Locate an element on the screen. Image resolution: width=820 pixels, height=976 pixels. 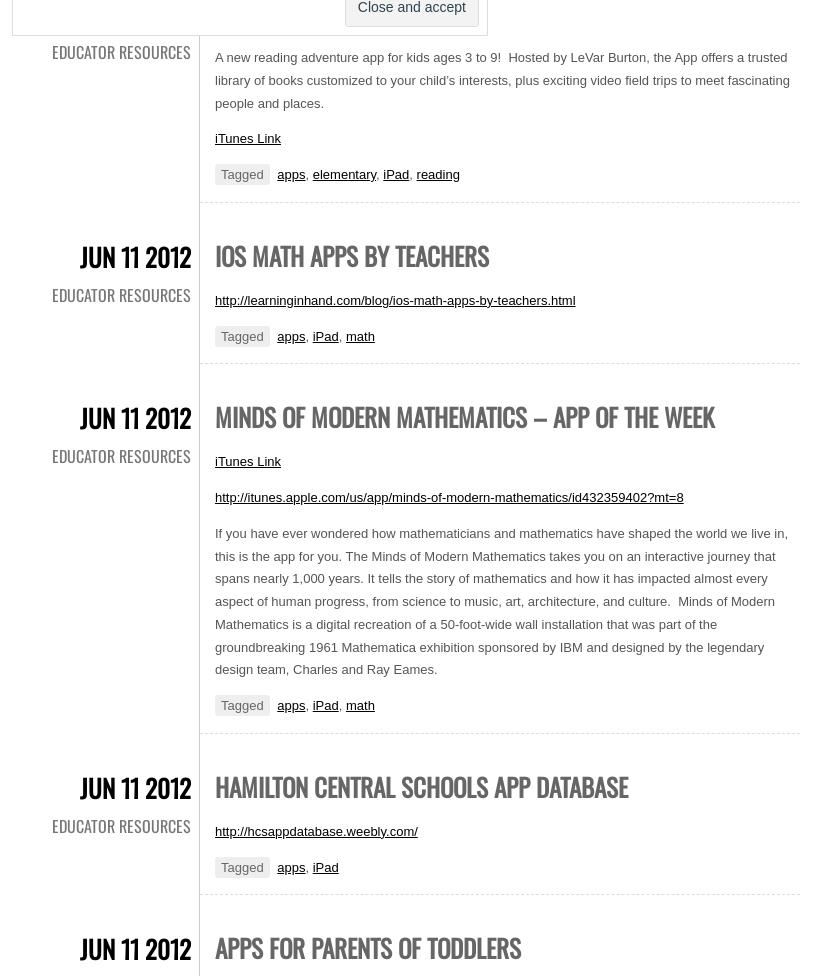
'http://itunes.apple.com/us/app/minds-of-modern-mathematics/id432359402?mt=8' is located at coordinates (214, 497).